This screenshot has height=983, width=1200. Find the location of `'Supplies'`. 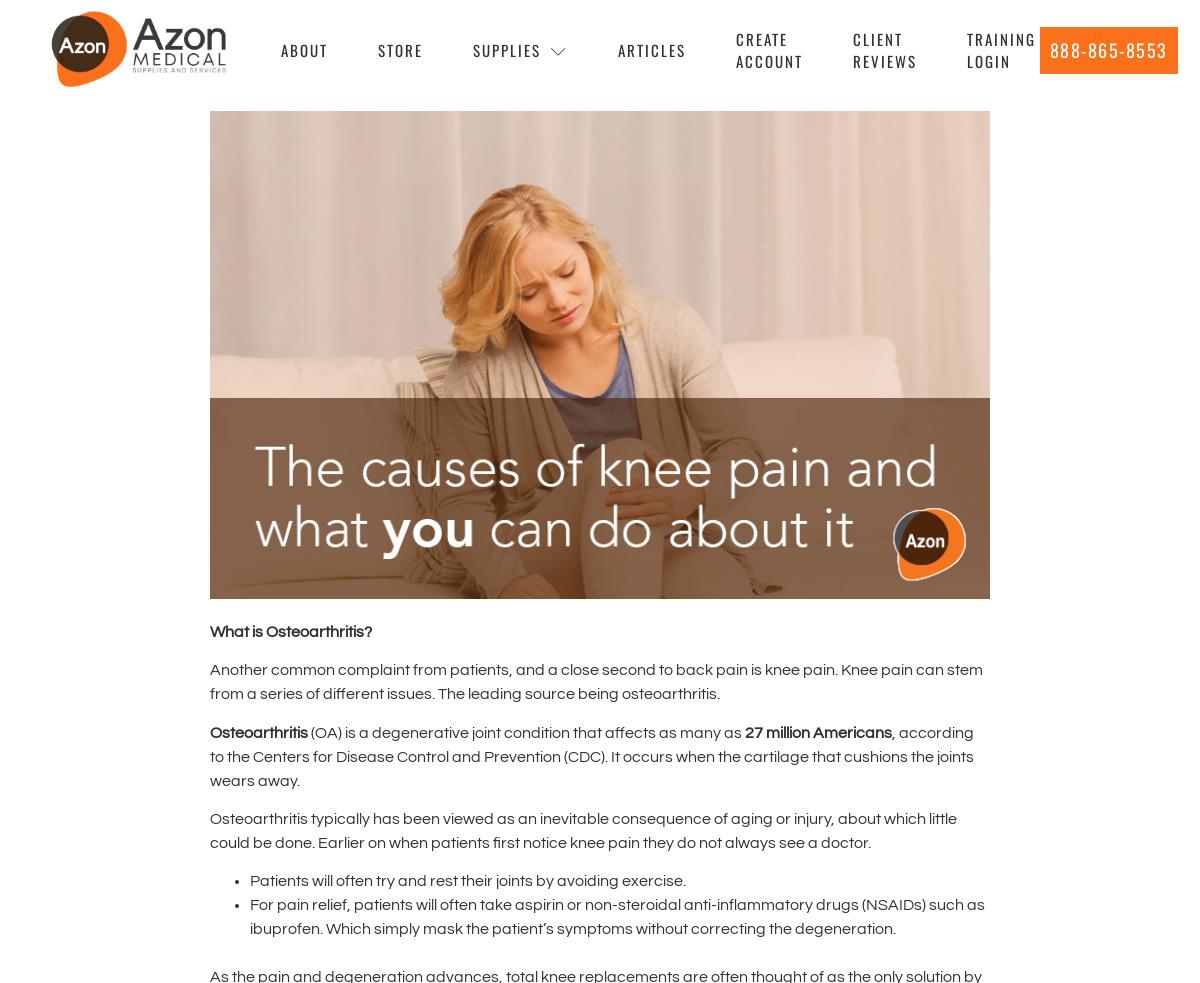

'Supplies' is located at coordinates (505, 47).